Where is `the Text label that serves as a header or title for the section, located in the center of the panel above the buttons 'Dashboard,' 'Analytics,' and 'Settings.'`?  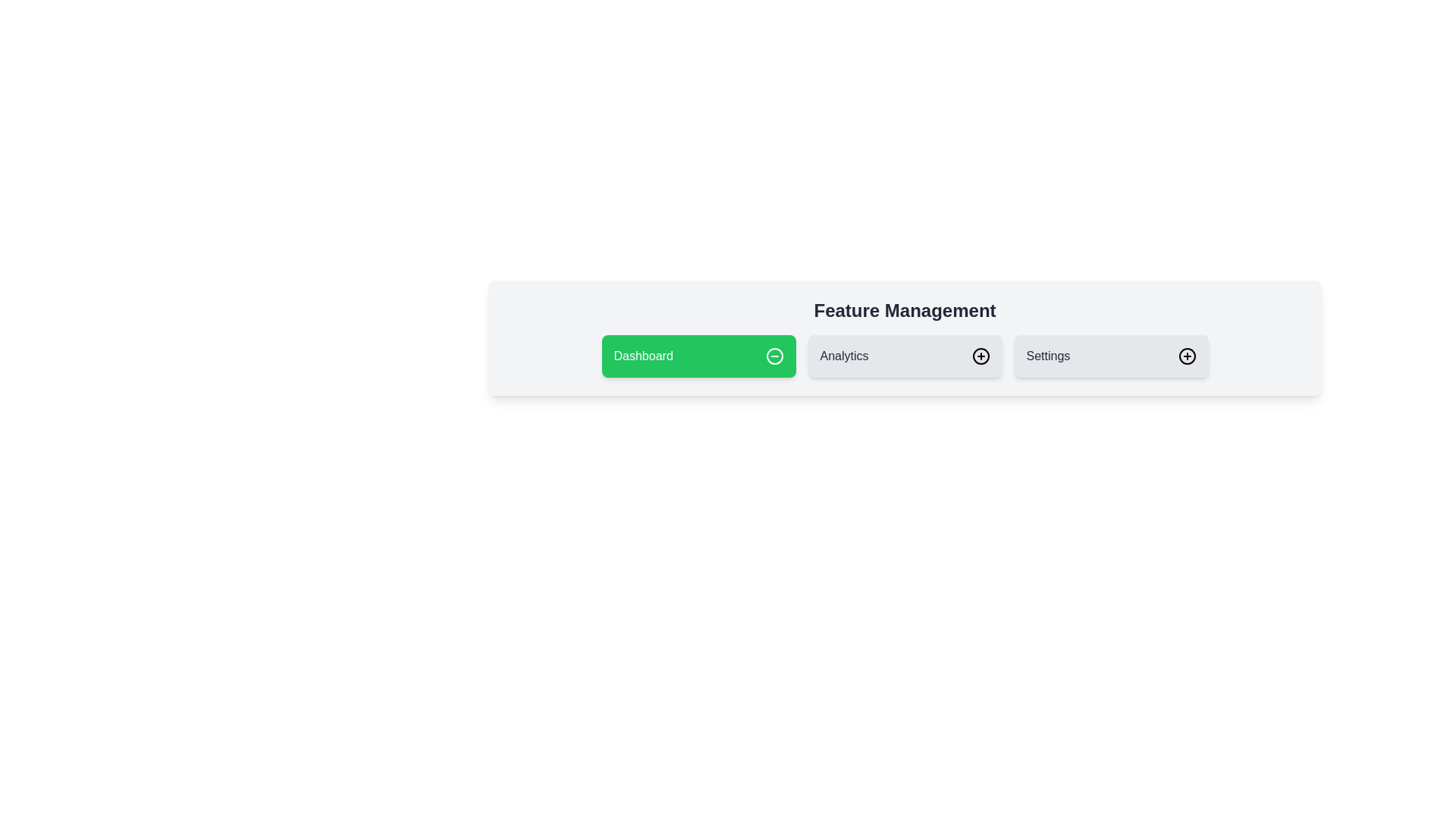 the Text label that serves as a header or title for the section, located in the center of the panel above the buttons 'Dashboard,' 'Analytics,' and 'Settings.' is located at coordinates (905, 309).